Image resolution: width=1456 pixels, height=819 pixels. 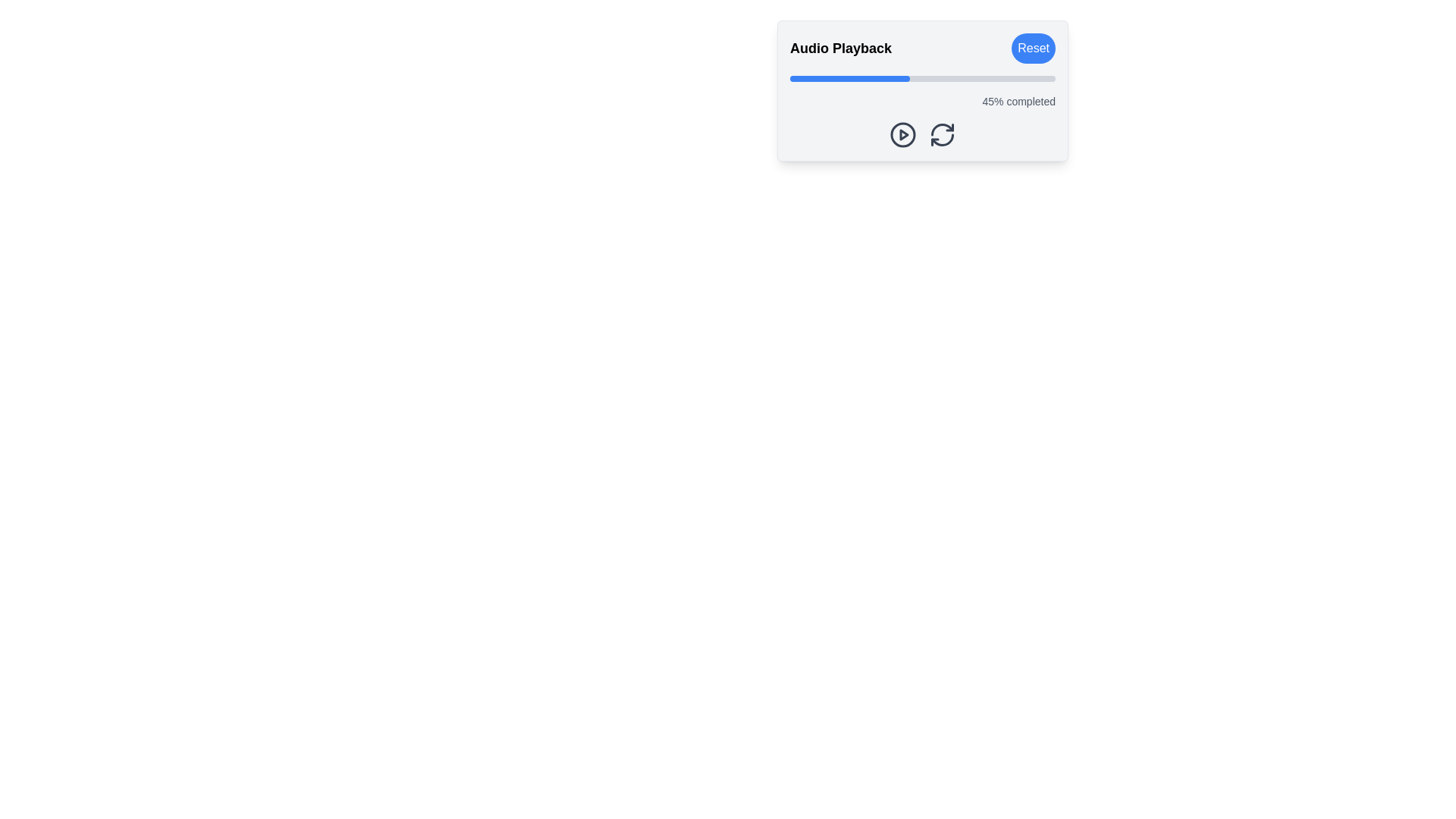 What do you see at coordinates (867, 79) in the screenshot?
I see `progress` at bounding box center [867, 79].